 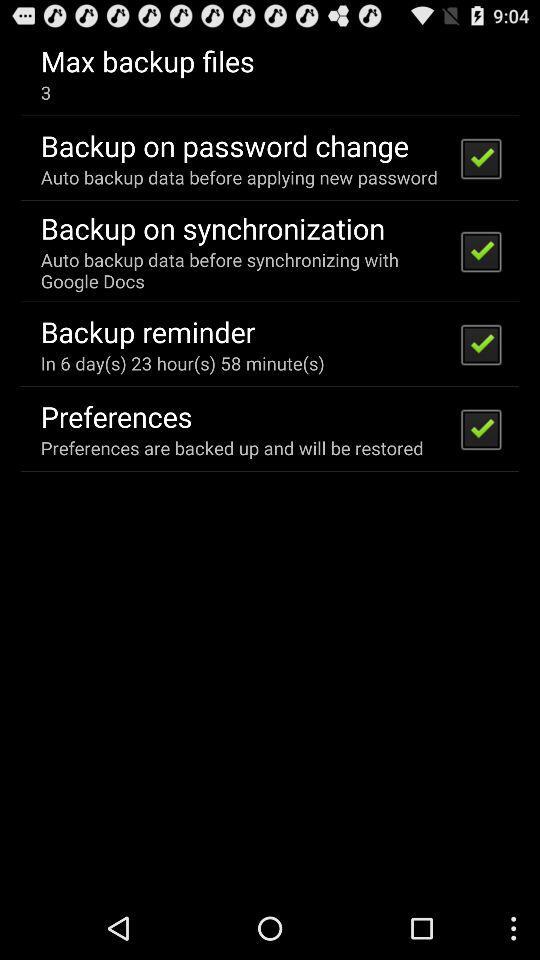 I want to click on the icon below the auto backup data item, so click(x=147, y=331).